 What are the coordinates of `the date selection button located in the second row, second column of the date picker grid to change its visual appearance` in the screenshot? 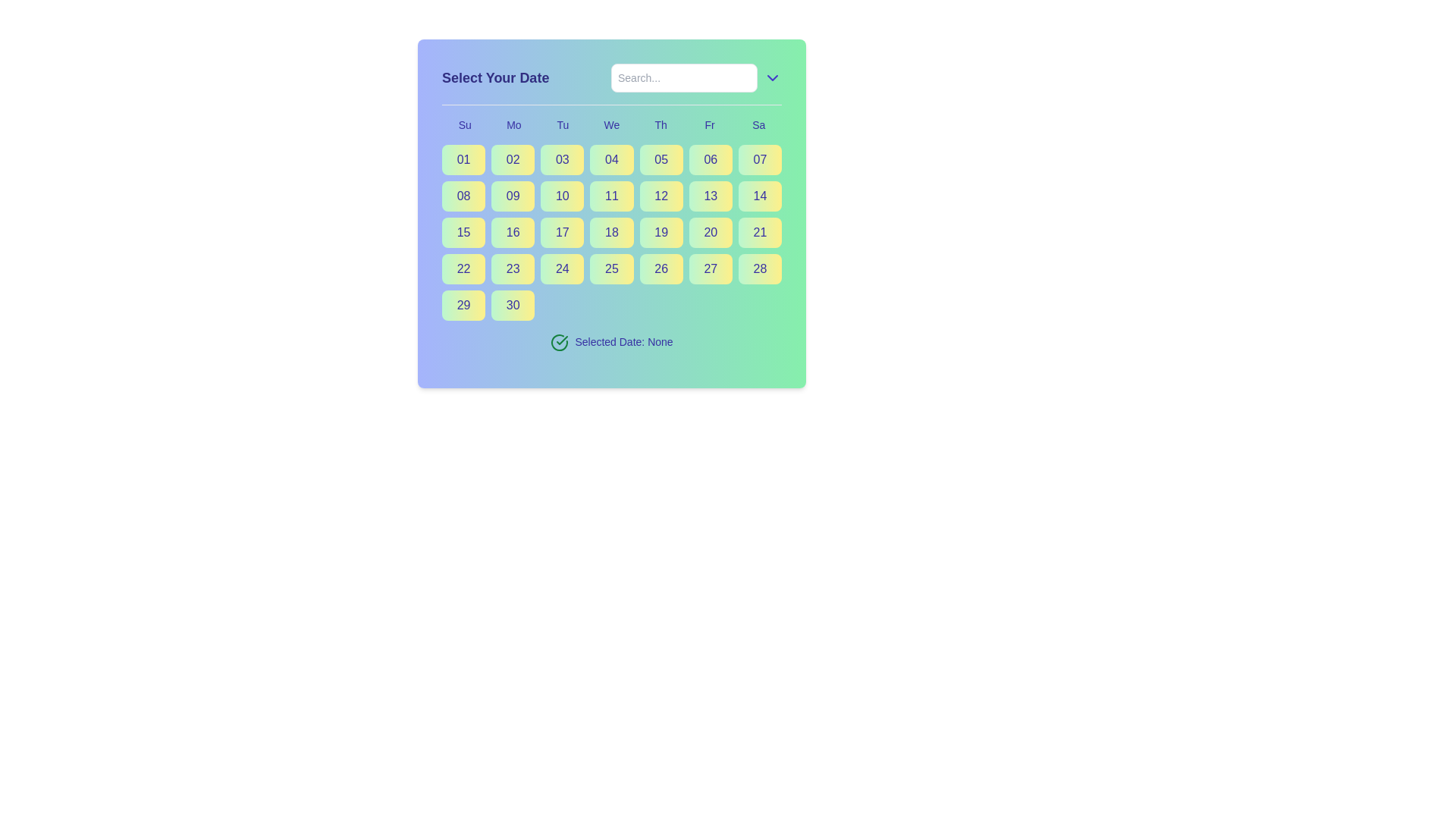 It's located at (513, 195).